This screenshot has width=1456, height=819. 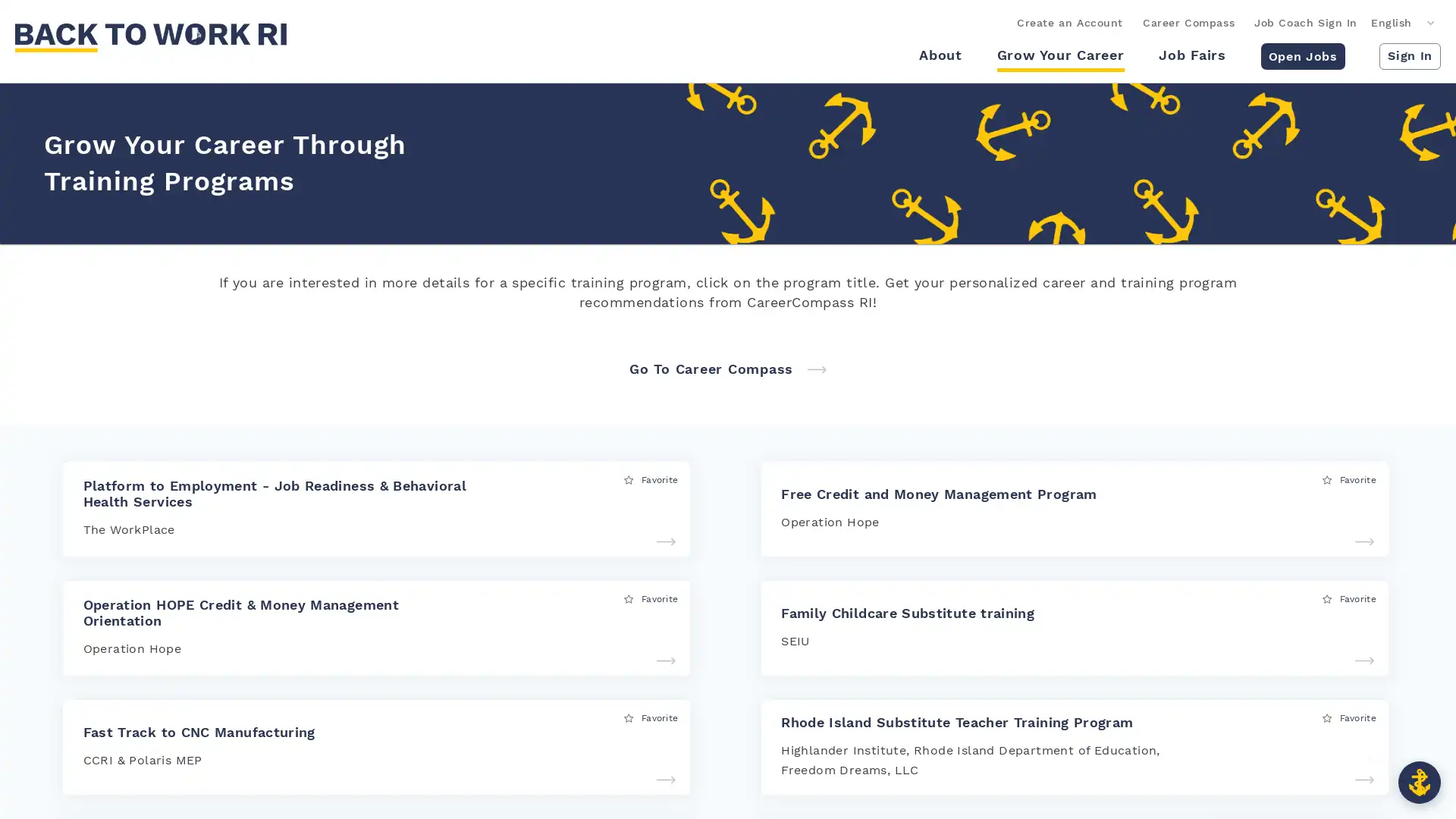 I want to click on not favorite Favorite, so click(x=1349, y=479).